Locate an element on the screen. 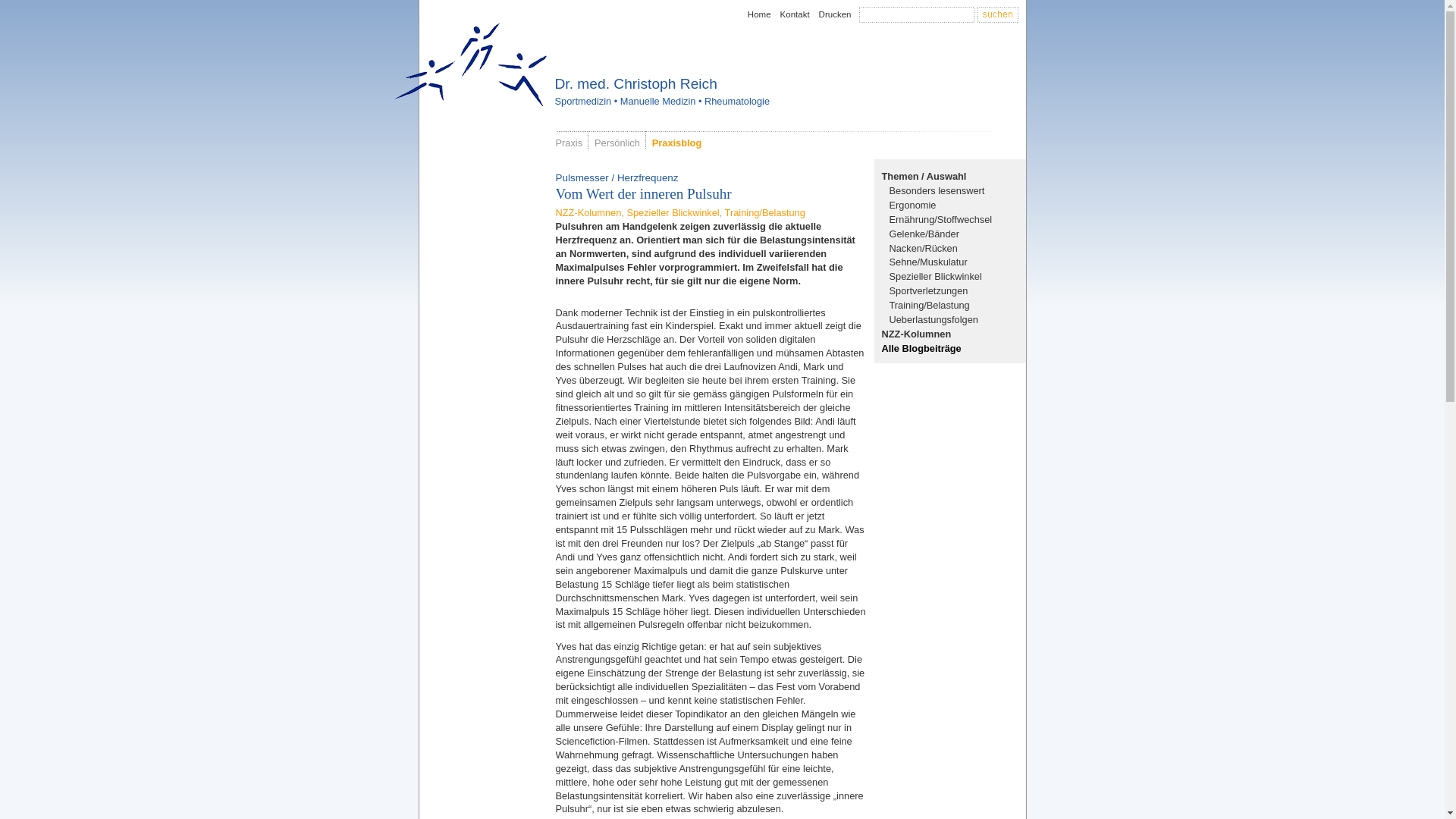 This screenshot has width=1456, height=819. 'Training/Belastung' is located at coordinates (927, 305).